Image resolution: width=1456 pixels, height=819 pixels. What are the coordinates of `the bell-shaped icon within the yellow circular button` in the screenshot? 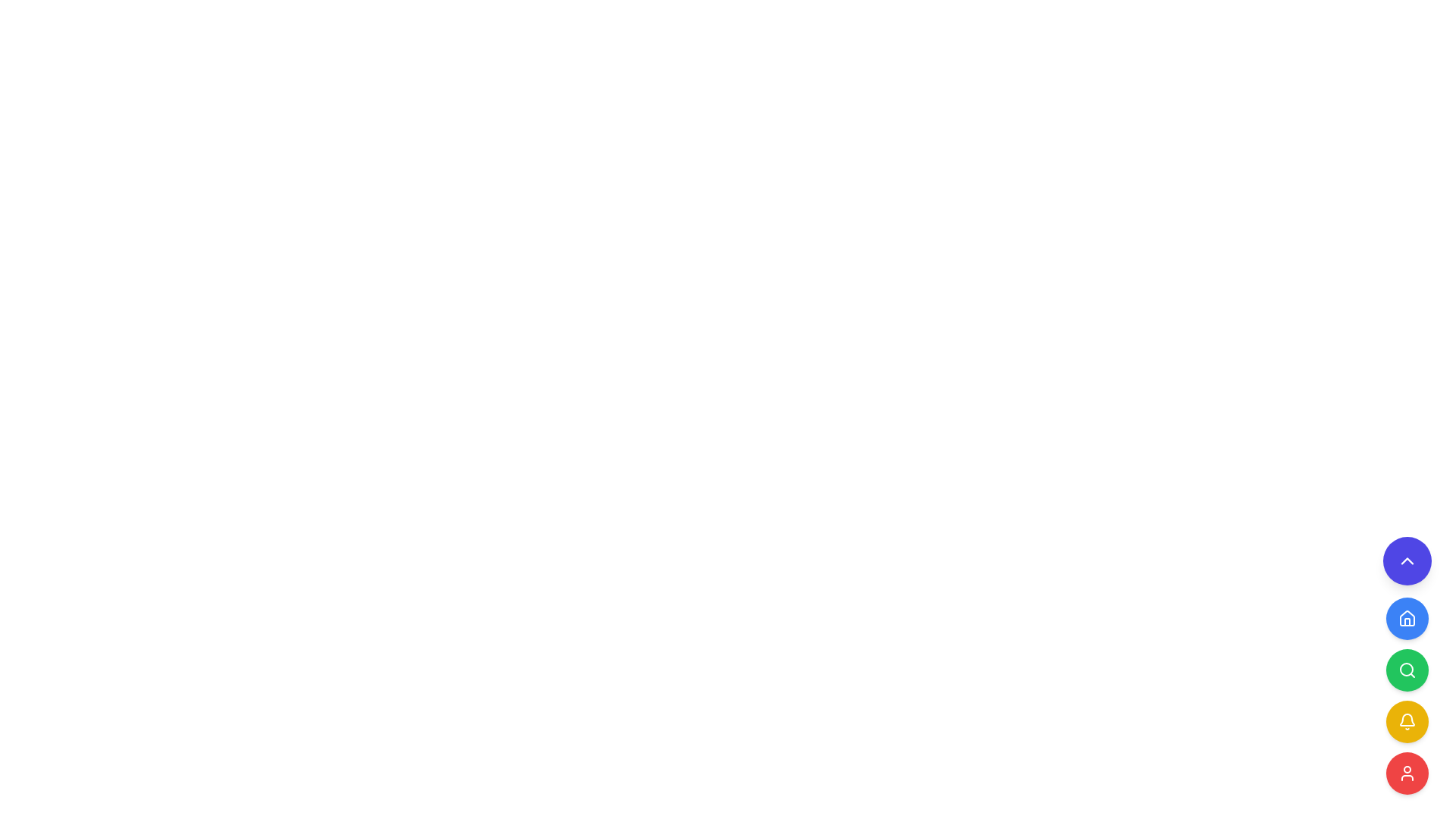 It's located at (1407, 721).